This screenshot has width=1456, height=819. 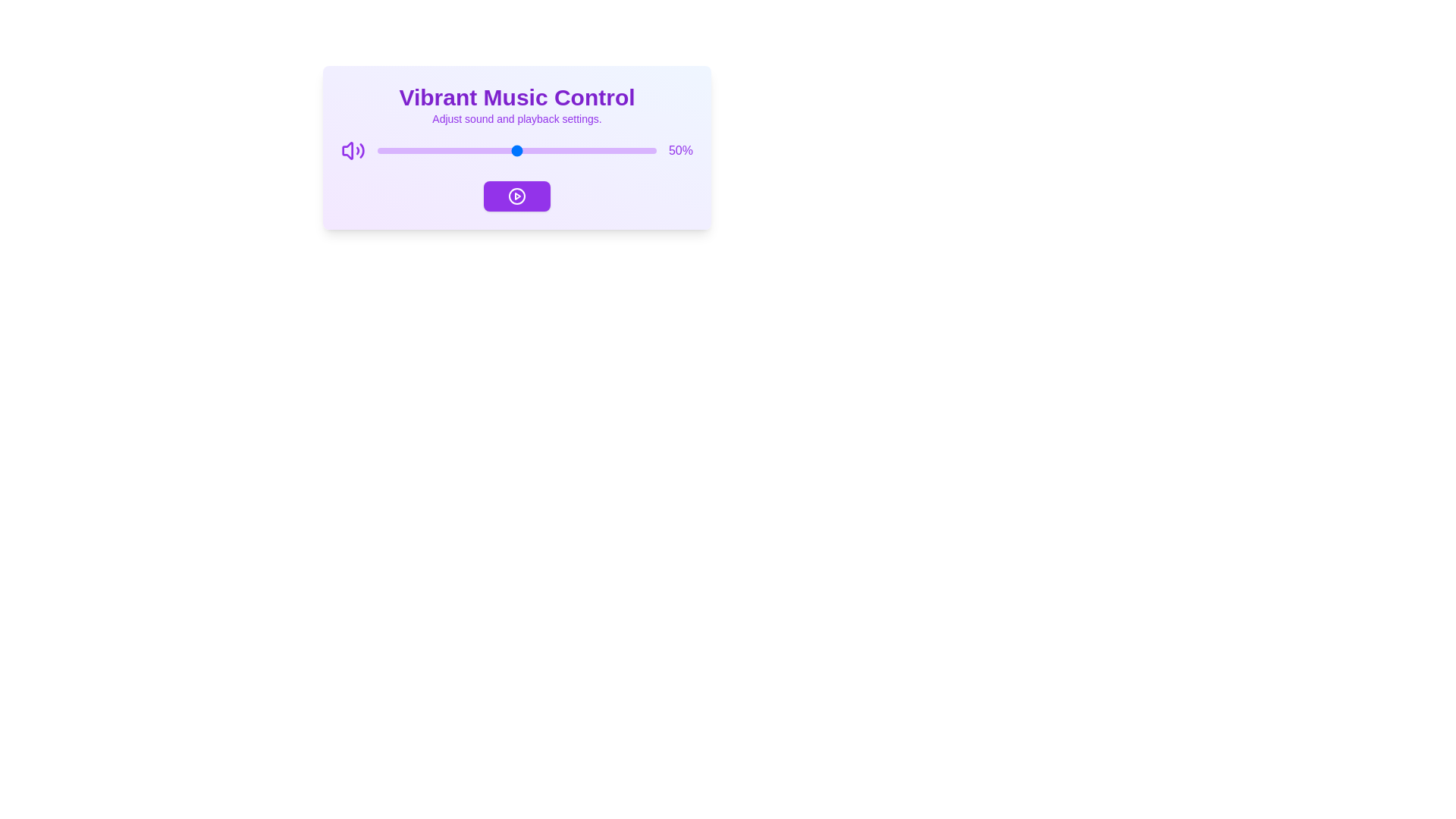 What do you see at coordinates (546, 151) in the screenshot?
I see `the volume slider to 61%` at bounding box center [546, 151].